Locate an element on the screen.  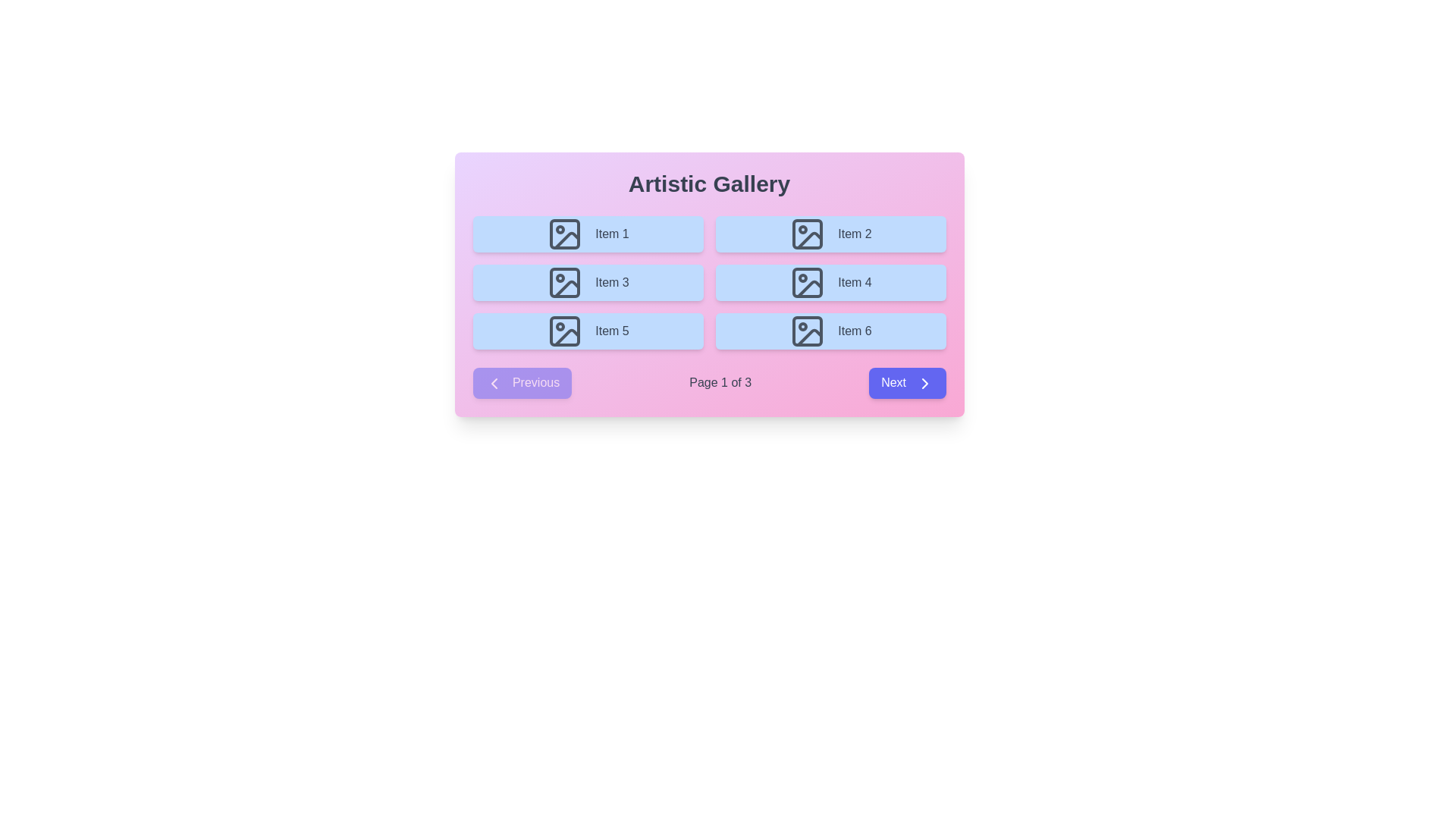
visual properties of the first image icon in the 'Artistic Gallery' component, located above the label 'Item 1' is located at coordinates (564, 234).